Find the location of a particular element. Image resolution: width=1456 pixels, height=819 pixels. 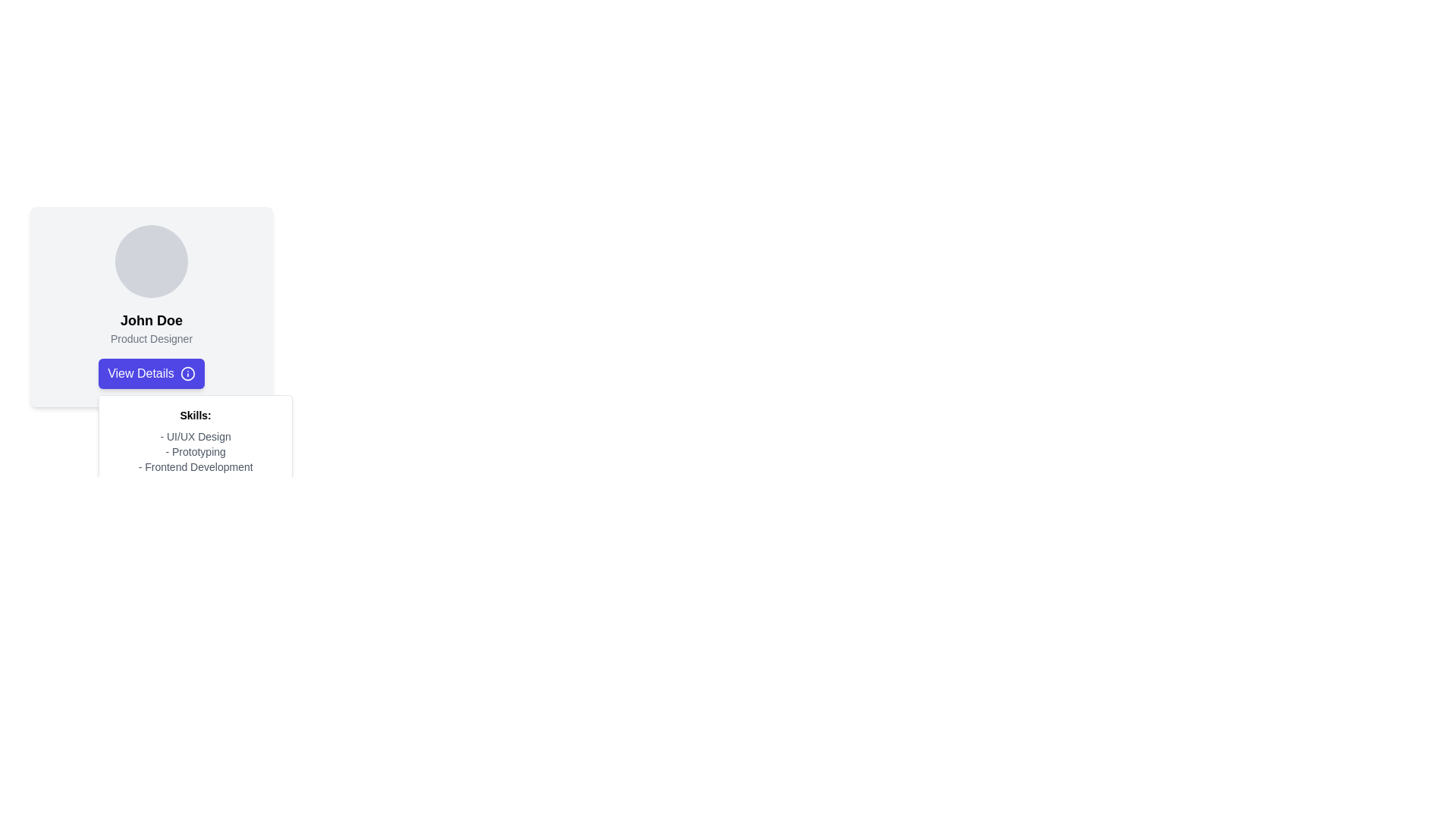

the text that indicates expertise in UI/UX Design, which is the first item in the skills list beneath the profile section labeled 'Skills:' is located at coordinates (195, 436).